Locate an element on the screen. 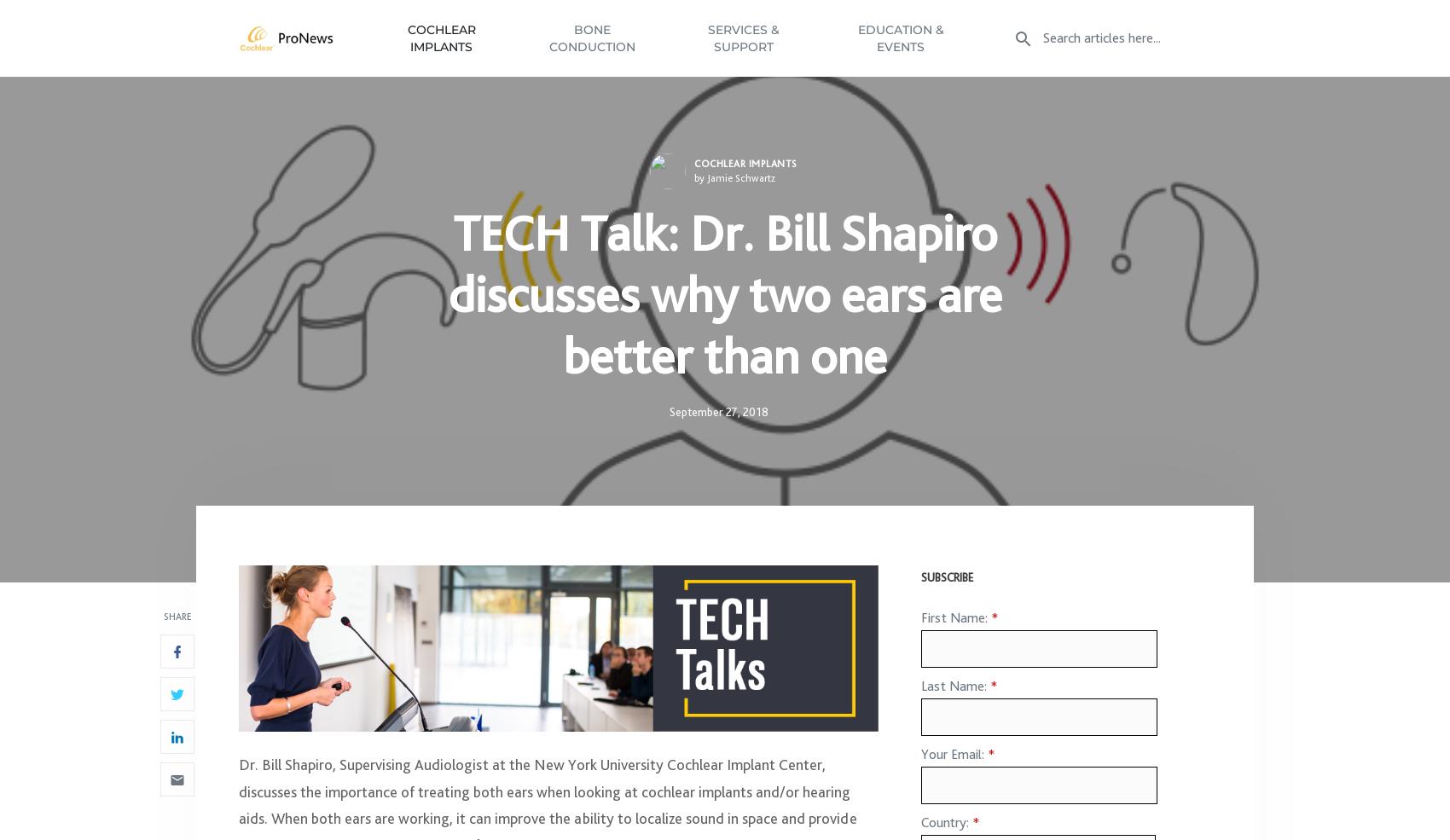  'Services & Support' is located at coordinates (743, 42).